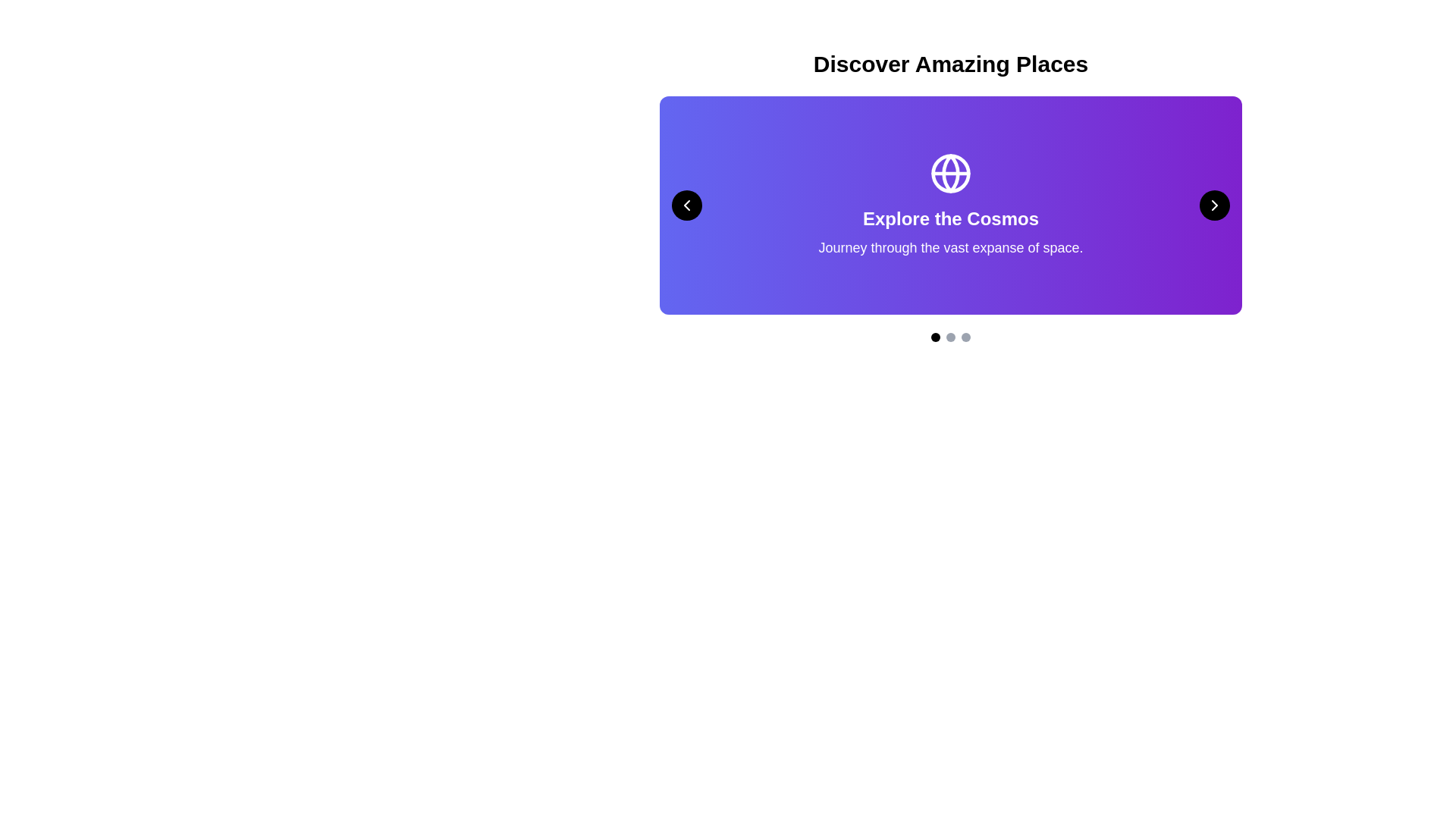 The height and width of the screenshot is (819, 1456). I want to click on the right navigation icon located inside a circular button on the carousel component, which indicates moving or navigating forward, so click(1215, 205).